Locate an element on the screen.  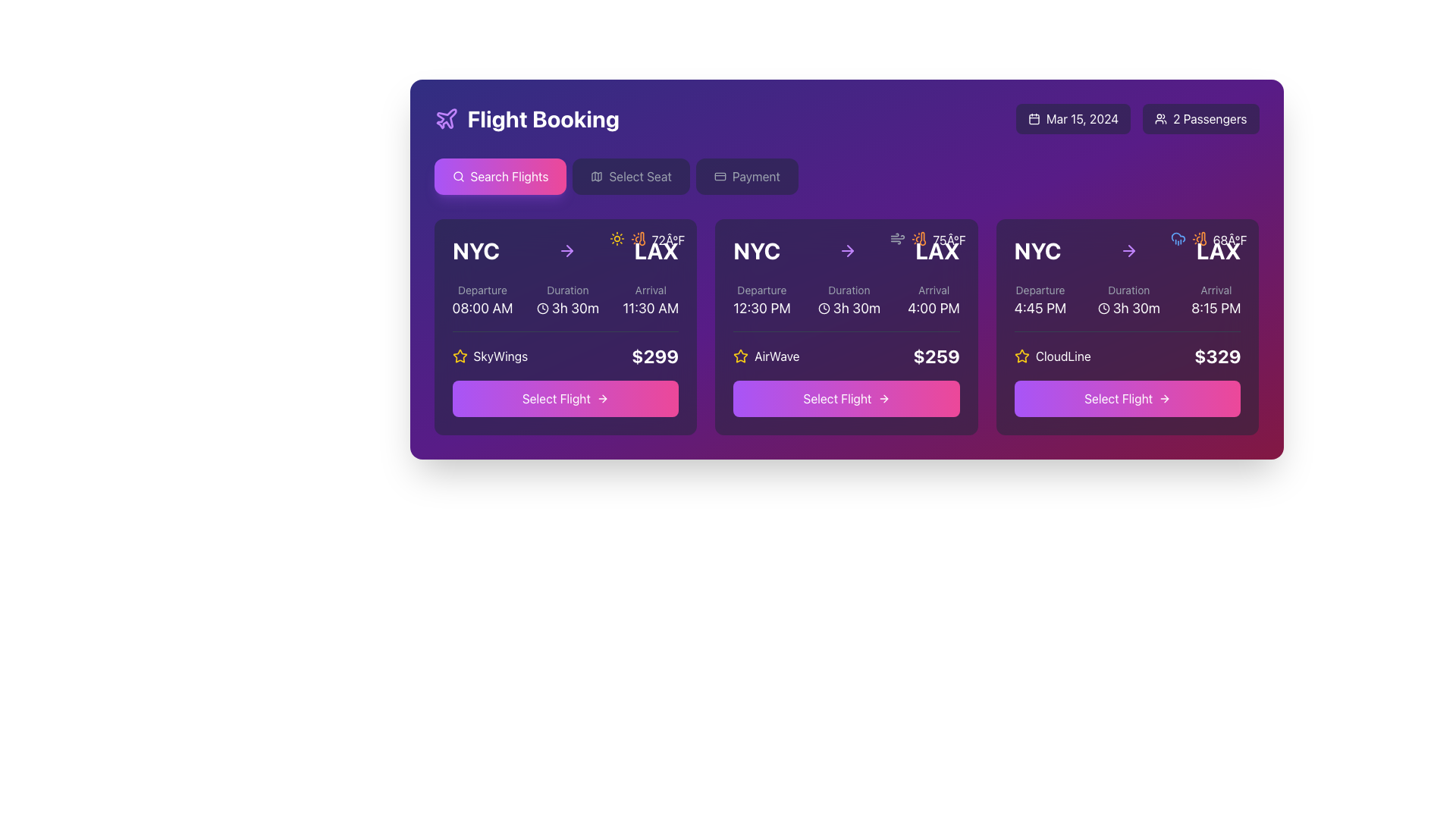
the text element displaying '08:00 AM' in white on a dark purple background, located beneath the 'Departure' label in the first card is located at coordinates (482, 308).